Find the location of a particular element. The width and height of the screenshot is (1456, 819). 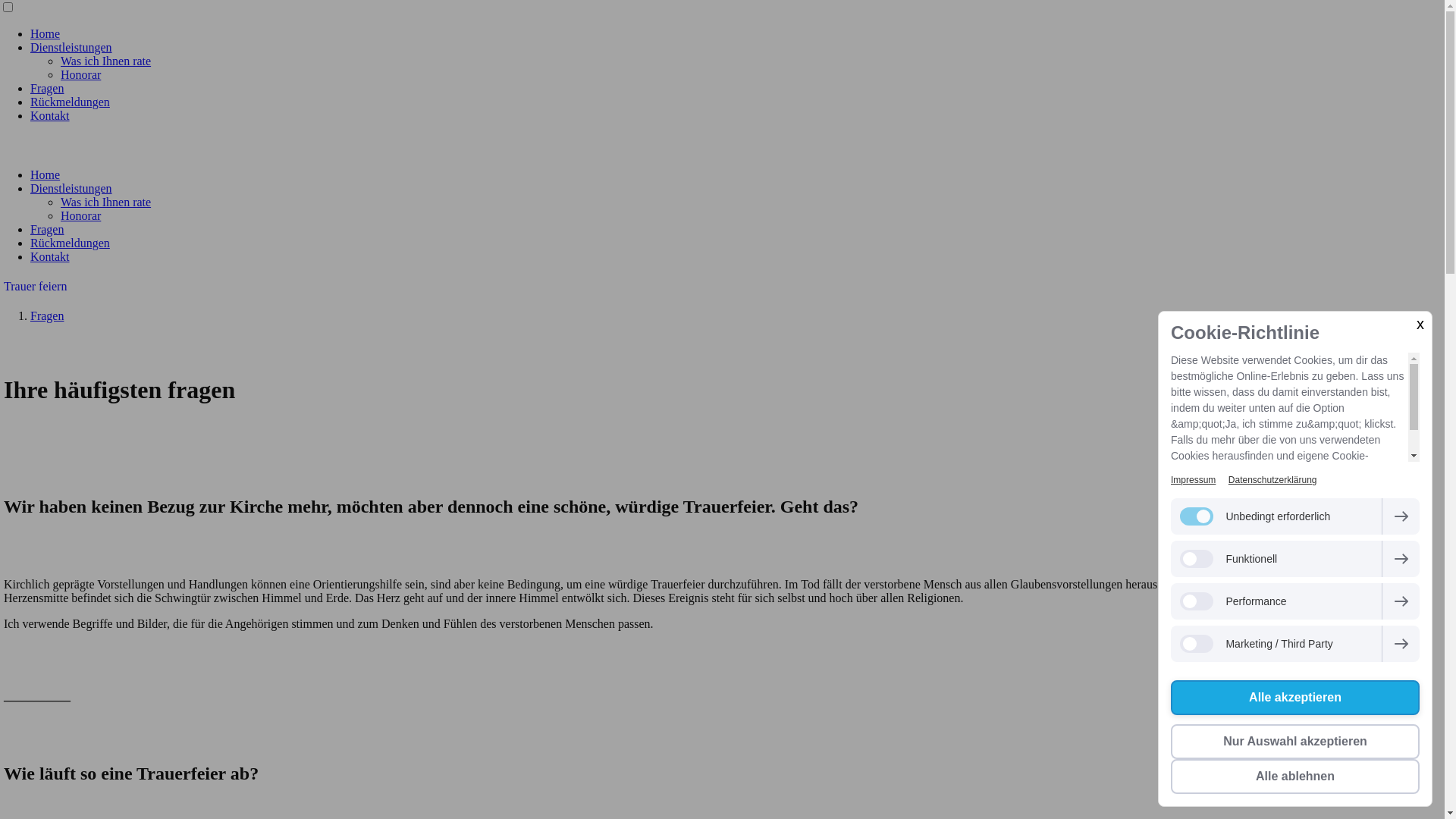

'Fragen' is located at coordinates (47, 88).